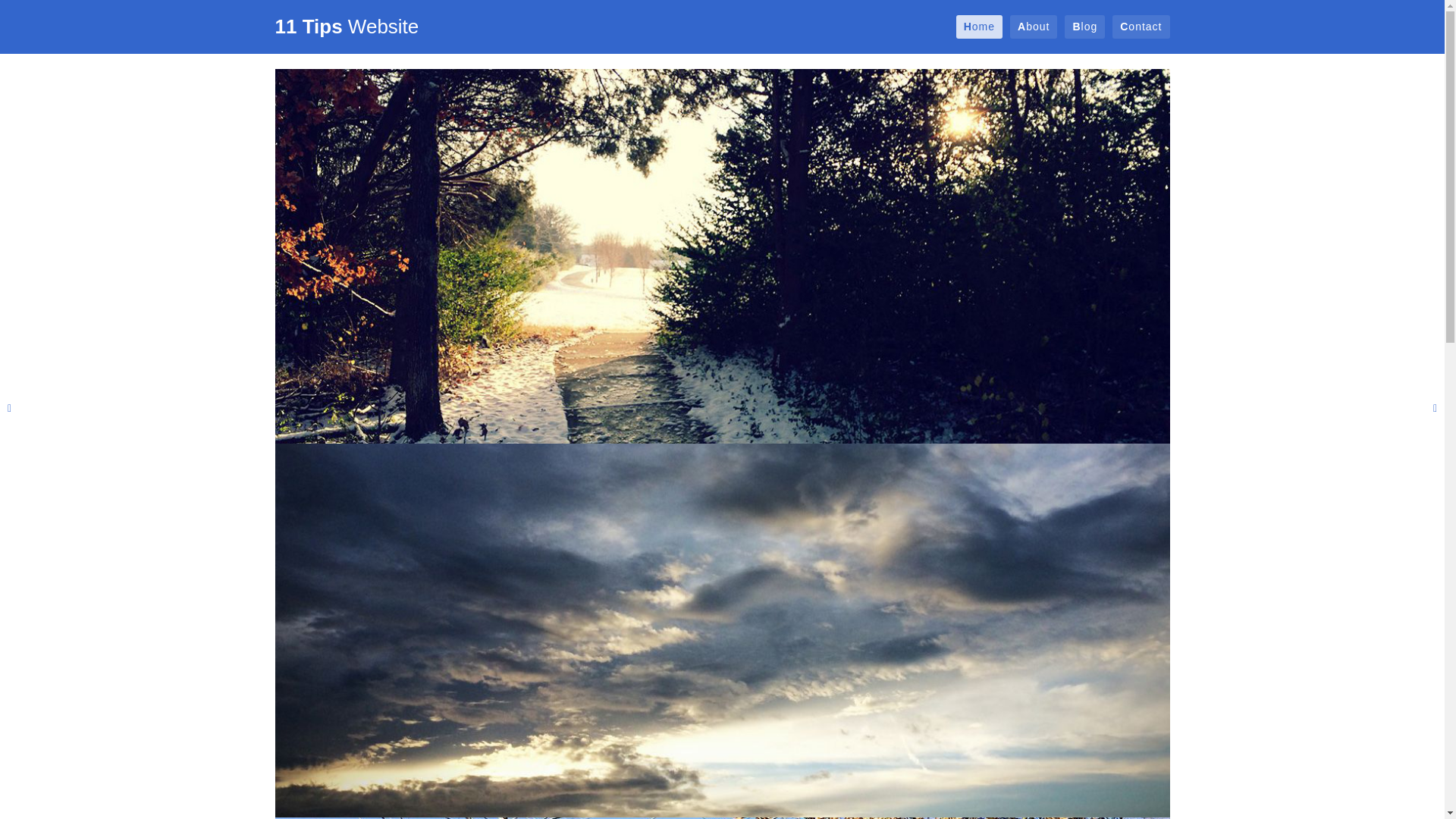 The image size is (1456, 819). What do you see at coordinates (1033, 27) in the screenshot?
I see `'About'` at bounding box center [1033, 27].